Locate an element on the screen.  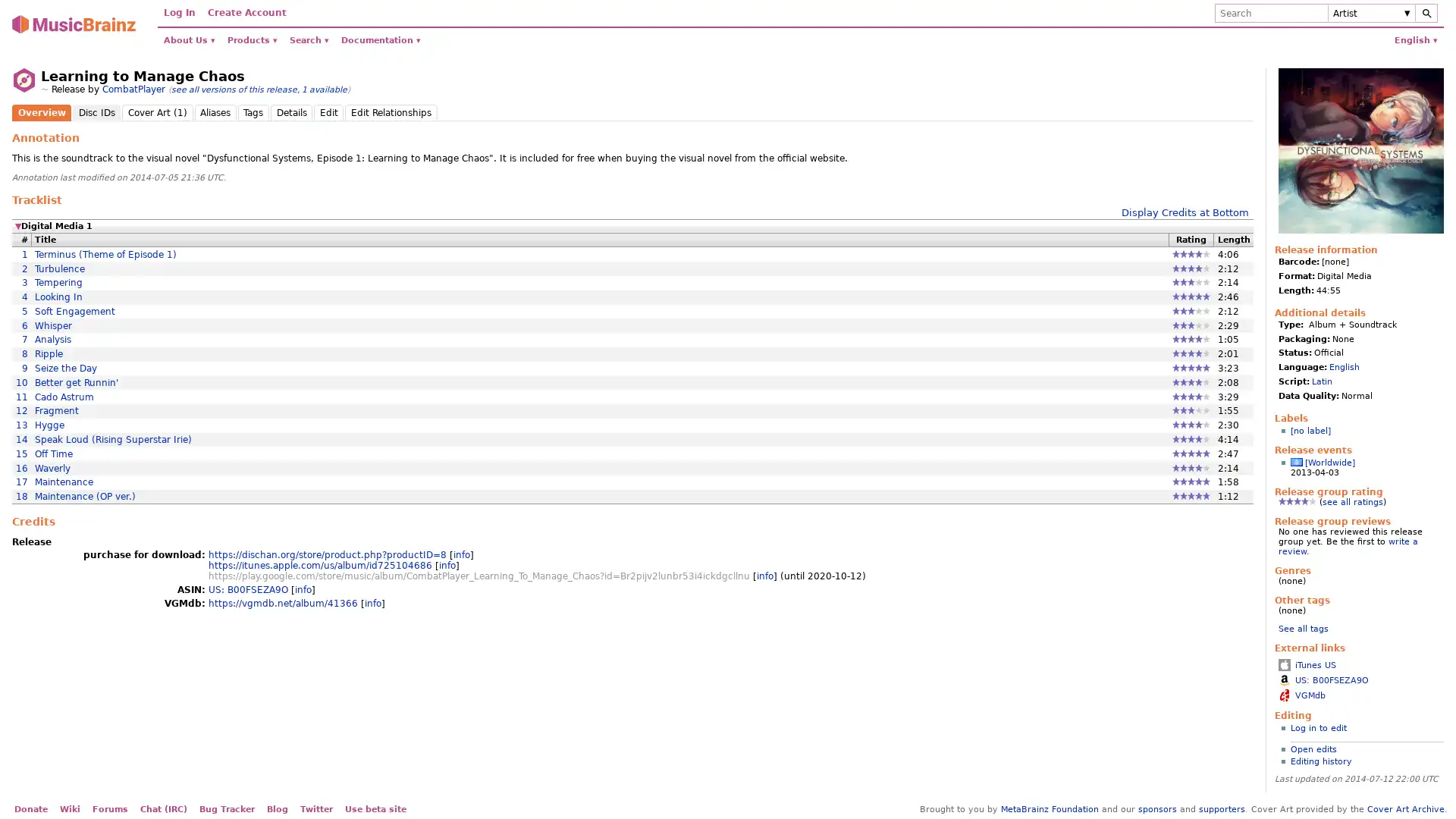
Search is located at coordinates (1426, 13).